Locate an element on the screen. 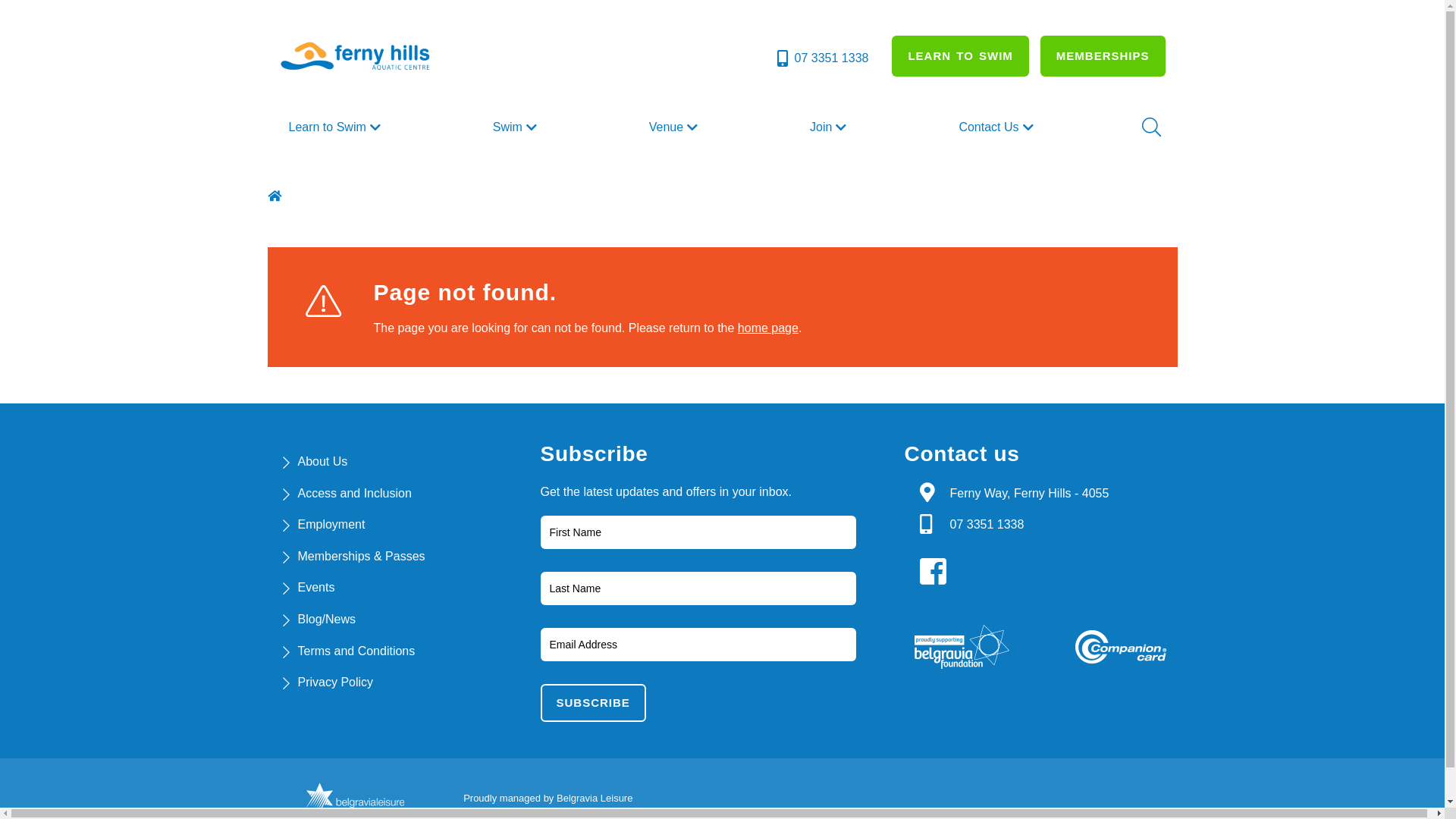 The height and width of the screenshot is (819, 1456). 'LEARN TO SWIM' is located at coordinates (959, 55).